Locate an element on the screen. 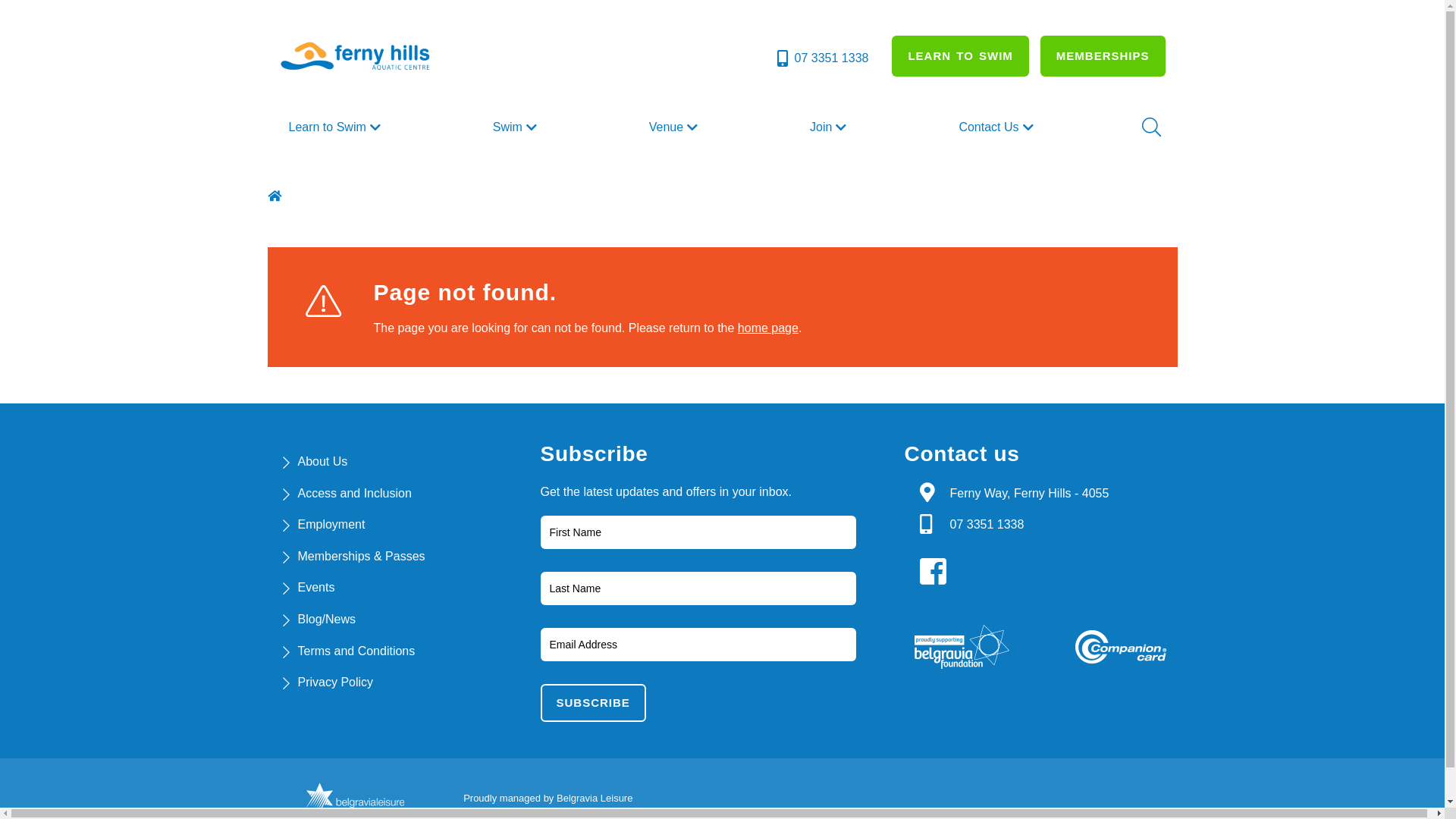 The height and width of the screenshot is (819, 1456). 'LEARN TO SWIM' is located at coordinates (959, 55).